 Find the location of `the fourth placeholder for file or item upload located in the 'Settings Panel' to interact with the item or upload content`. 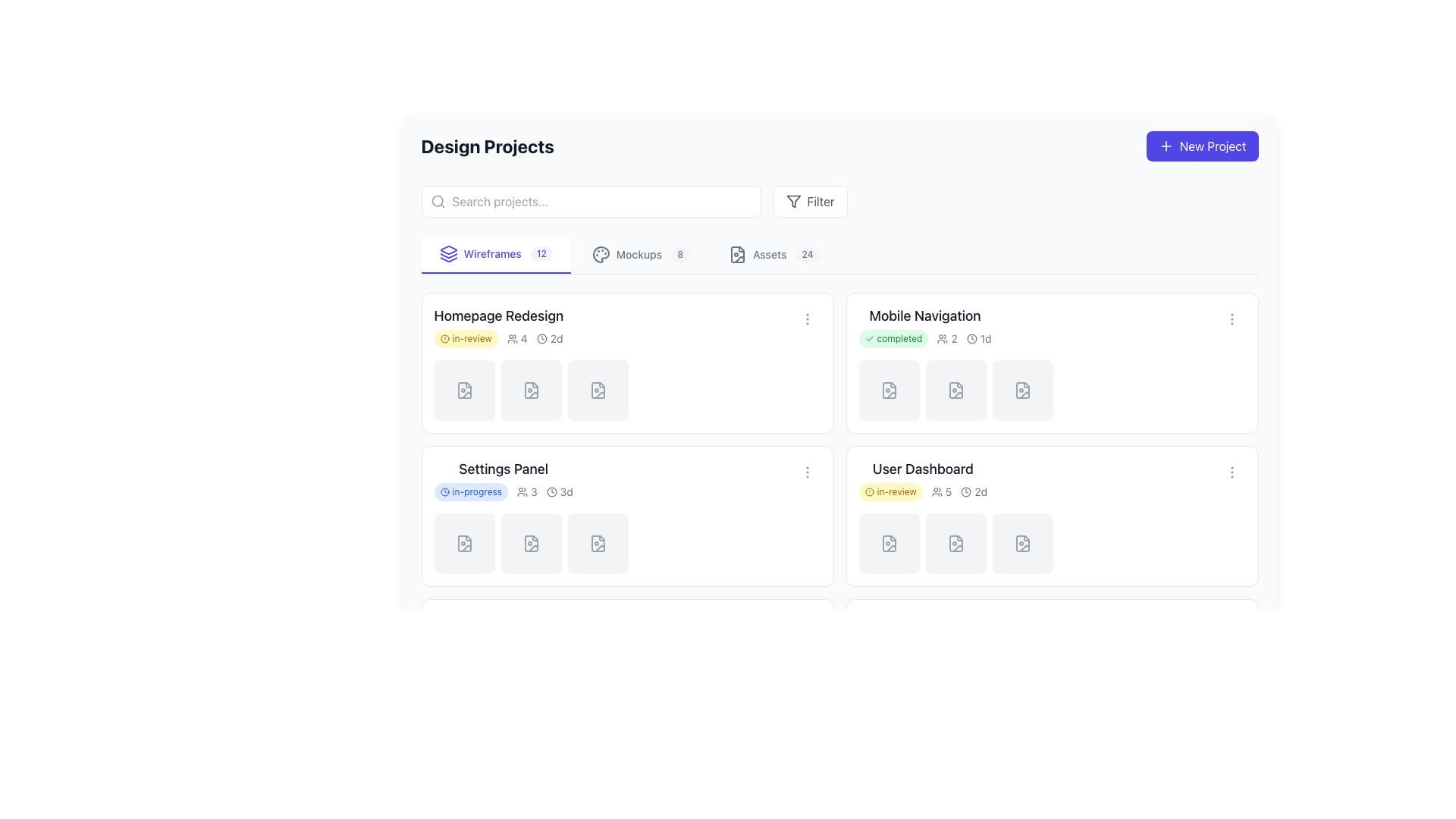

the fourth placeholder for file or item upload located in the 'Settings Panel' to interact with the item or upload content is located at coordinates (627, 543).